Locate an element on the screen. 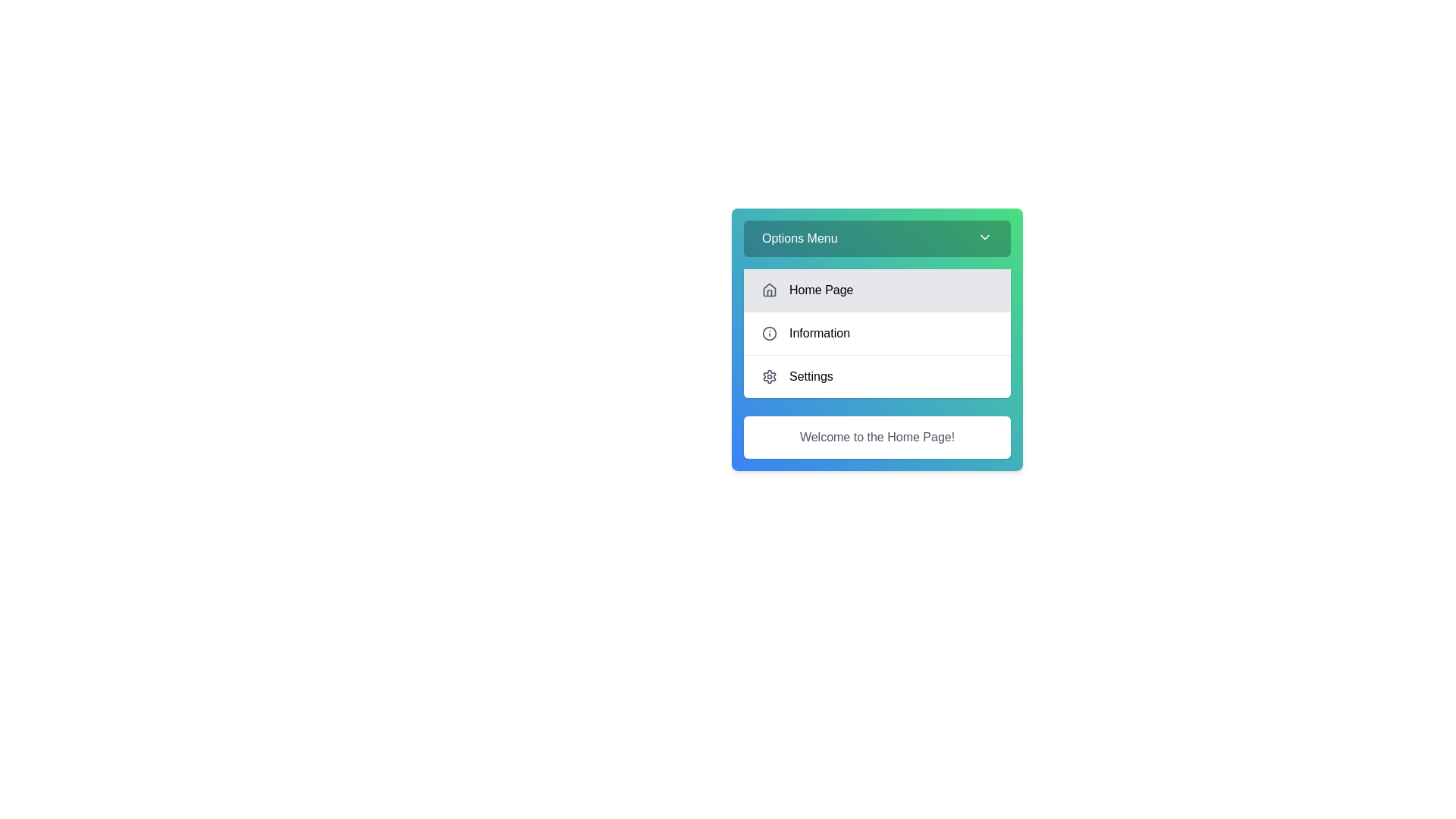  the home icon located to the left of the 'Home Page' text in the first item of the vertically stacked options under the 'Options Menu' is located at coordinates (769, 290).